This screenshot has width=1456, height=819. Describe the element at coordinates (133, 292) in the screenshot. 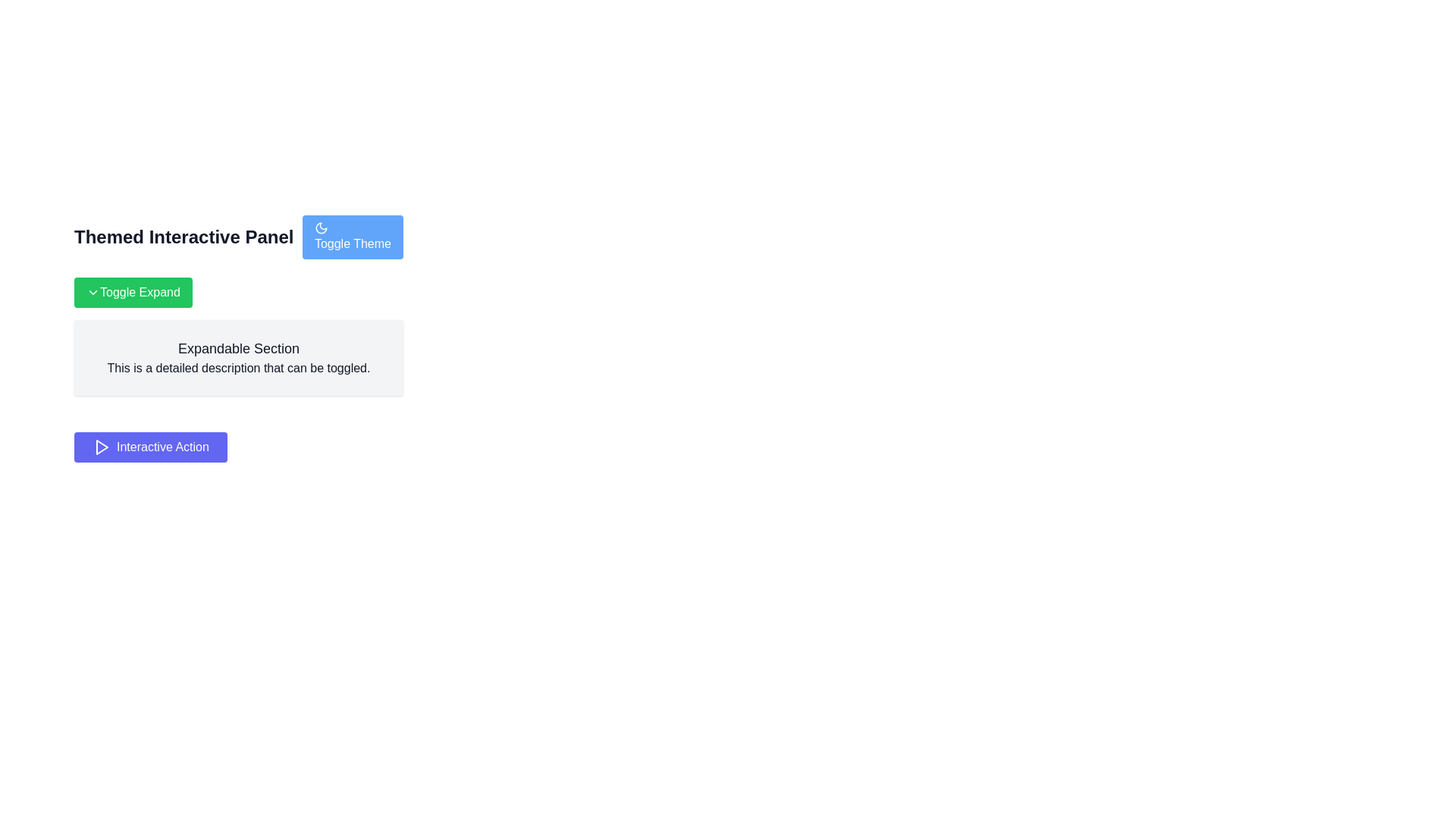

I see `the button located above the 'Expandable Section'` at that location.